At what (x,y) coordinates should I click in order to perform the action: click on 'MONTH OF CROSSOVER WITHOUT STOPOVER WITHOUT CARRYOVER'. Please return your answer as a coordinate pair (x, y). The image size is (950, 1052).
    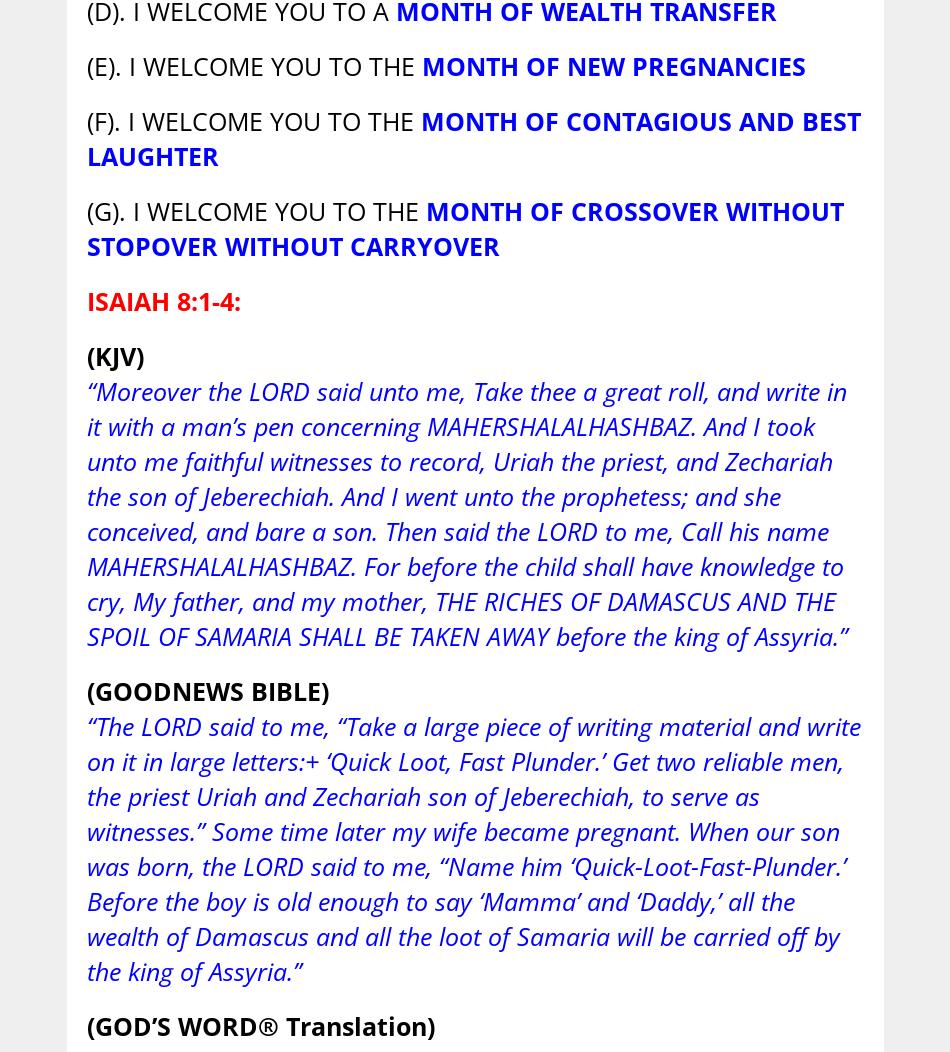
    Looking at the image, I should click on (463, 227).